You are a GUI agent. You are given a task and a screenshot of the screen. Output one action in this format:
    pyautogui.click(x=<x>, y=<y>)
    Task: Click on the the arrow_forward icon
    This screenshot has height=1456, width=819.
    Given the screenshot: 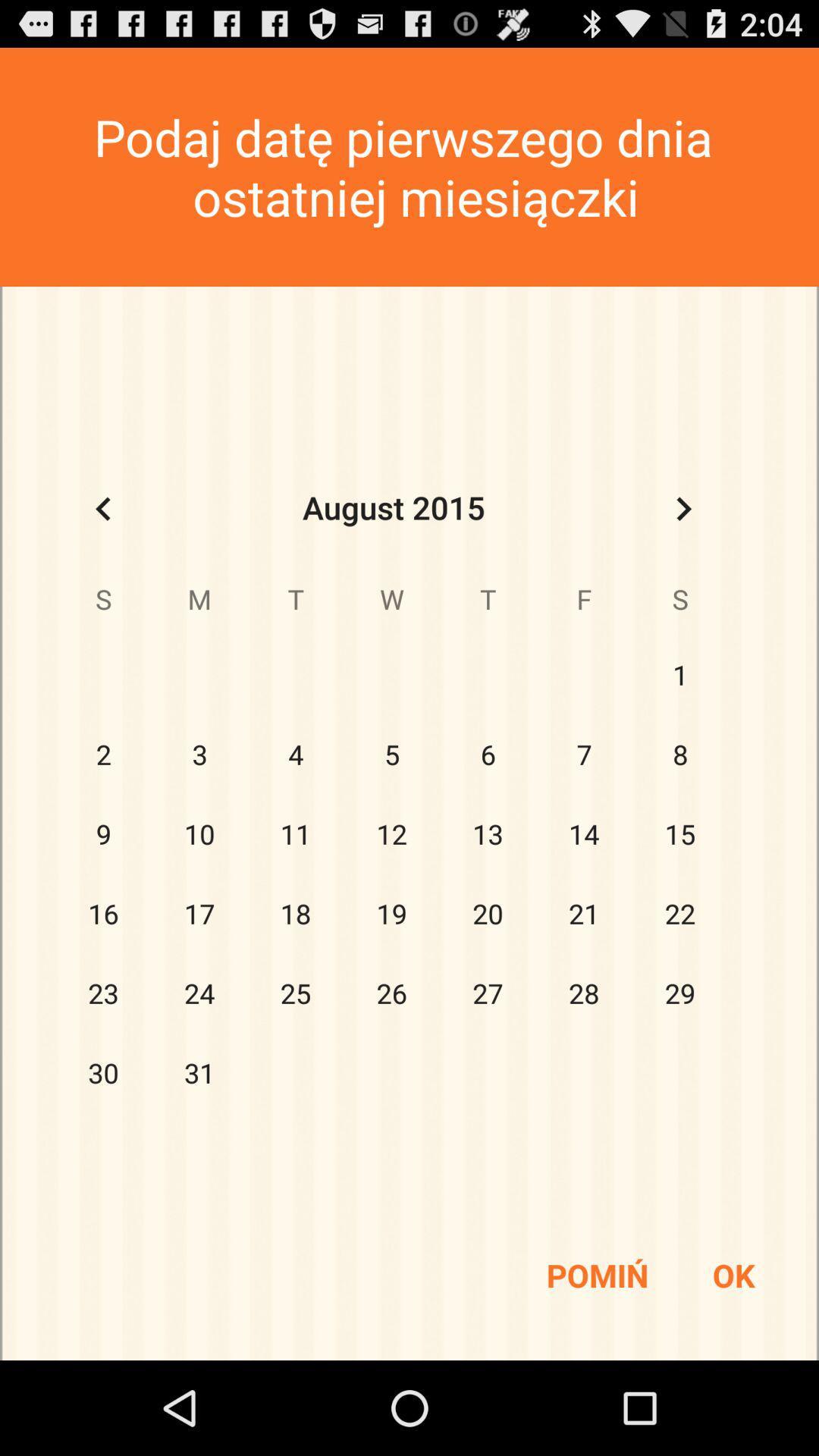 What is the action you would take?
    pyautogui.click(x=683, y=544)
    